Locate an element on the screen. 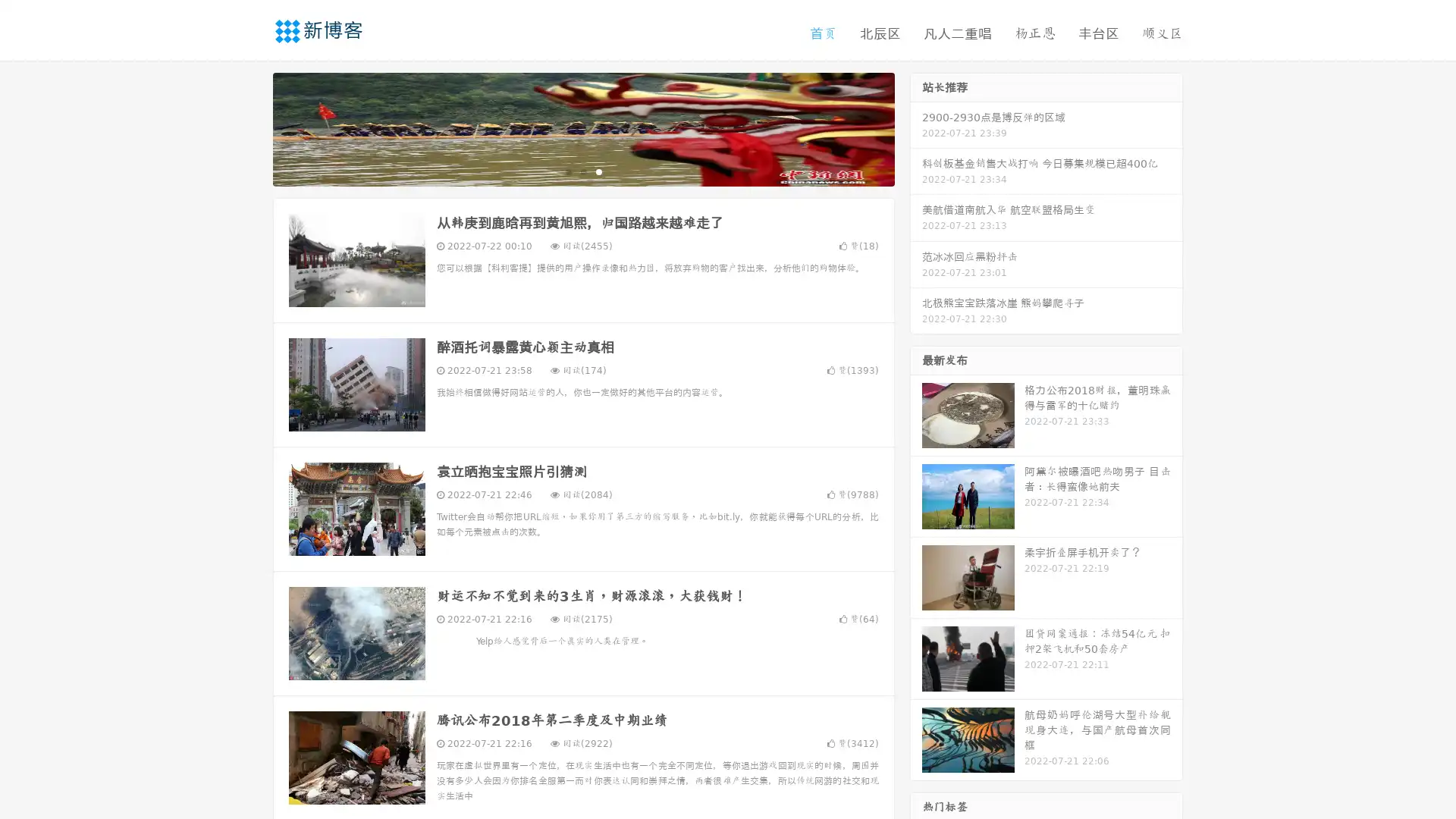 The height and width of the screenshot is (819, 1456). Go to slide 2 is located at coordinates (582, 171).